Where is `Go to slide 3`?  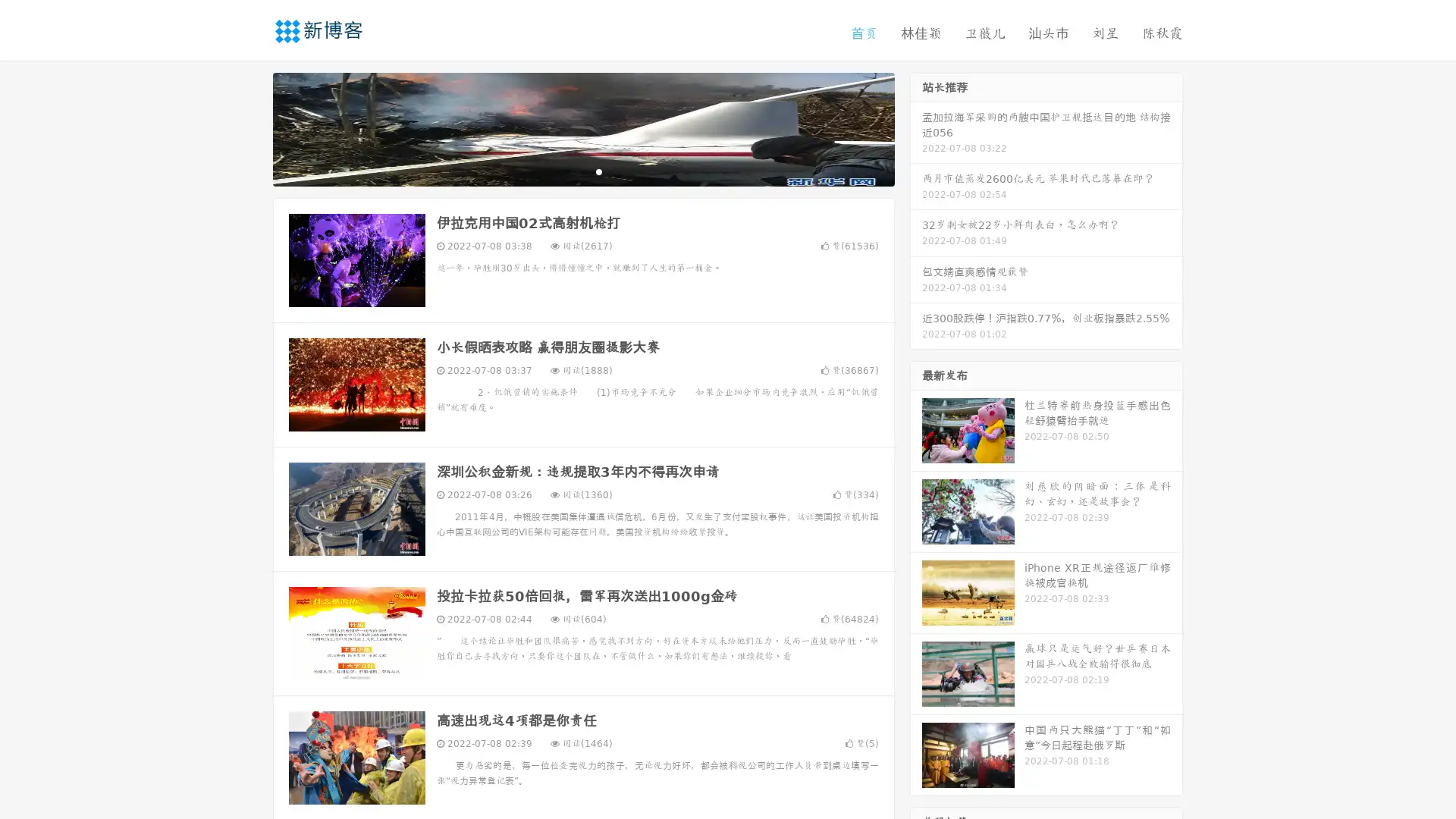
Go to slide 3 is located at coordinates (598, 171).